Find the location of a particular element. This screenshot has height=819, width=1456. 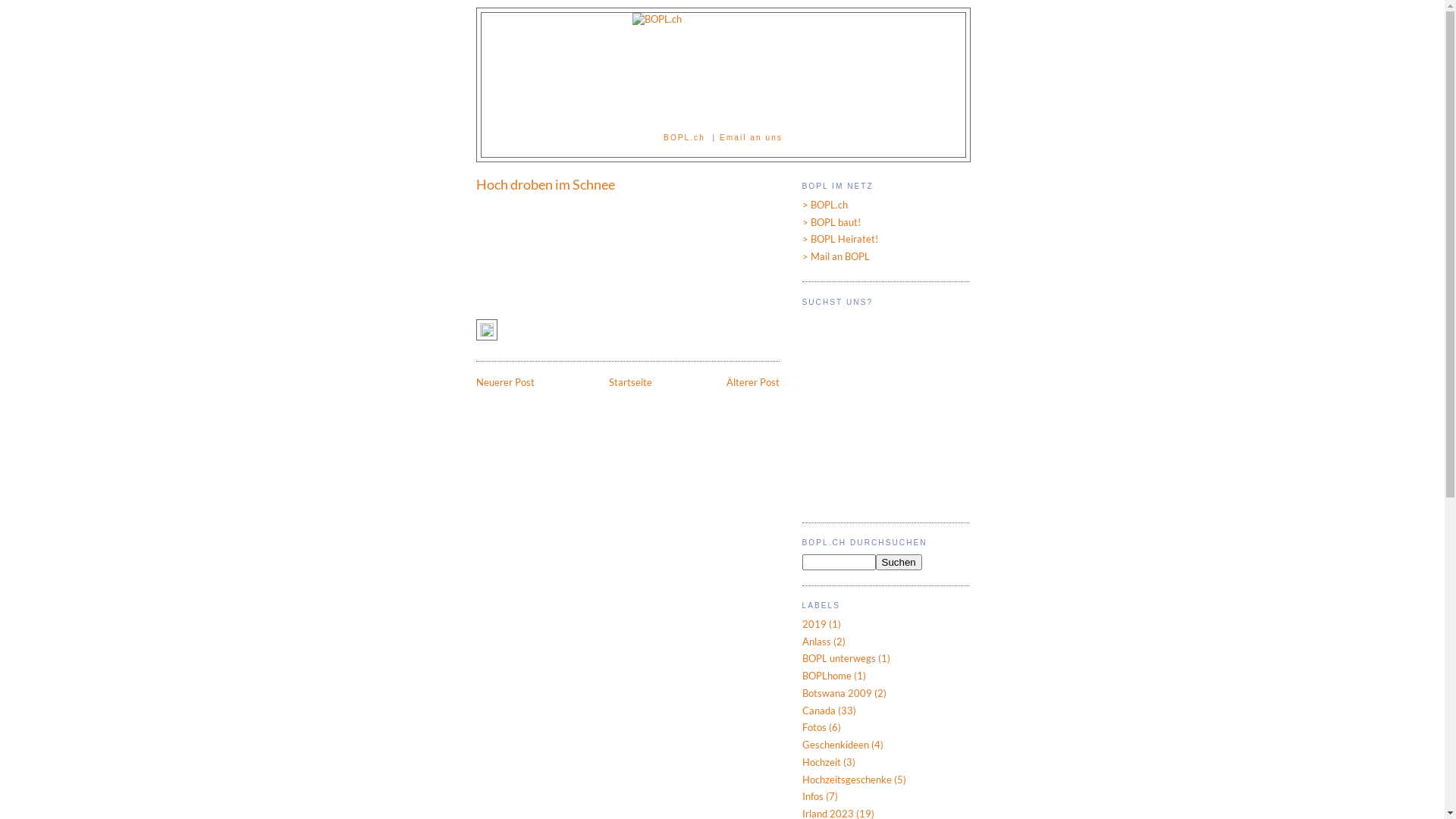

'Hochzeitsgeschenke' is located at coordinates (846, 780).